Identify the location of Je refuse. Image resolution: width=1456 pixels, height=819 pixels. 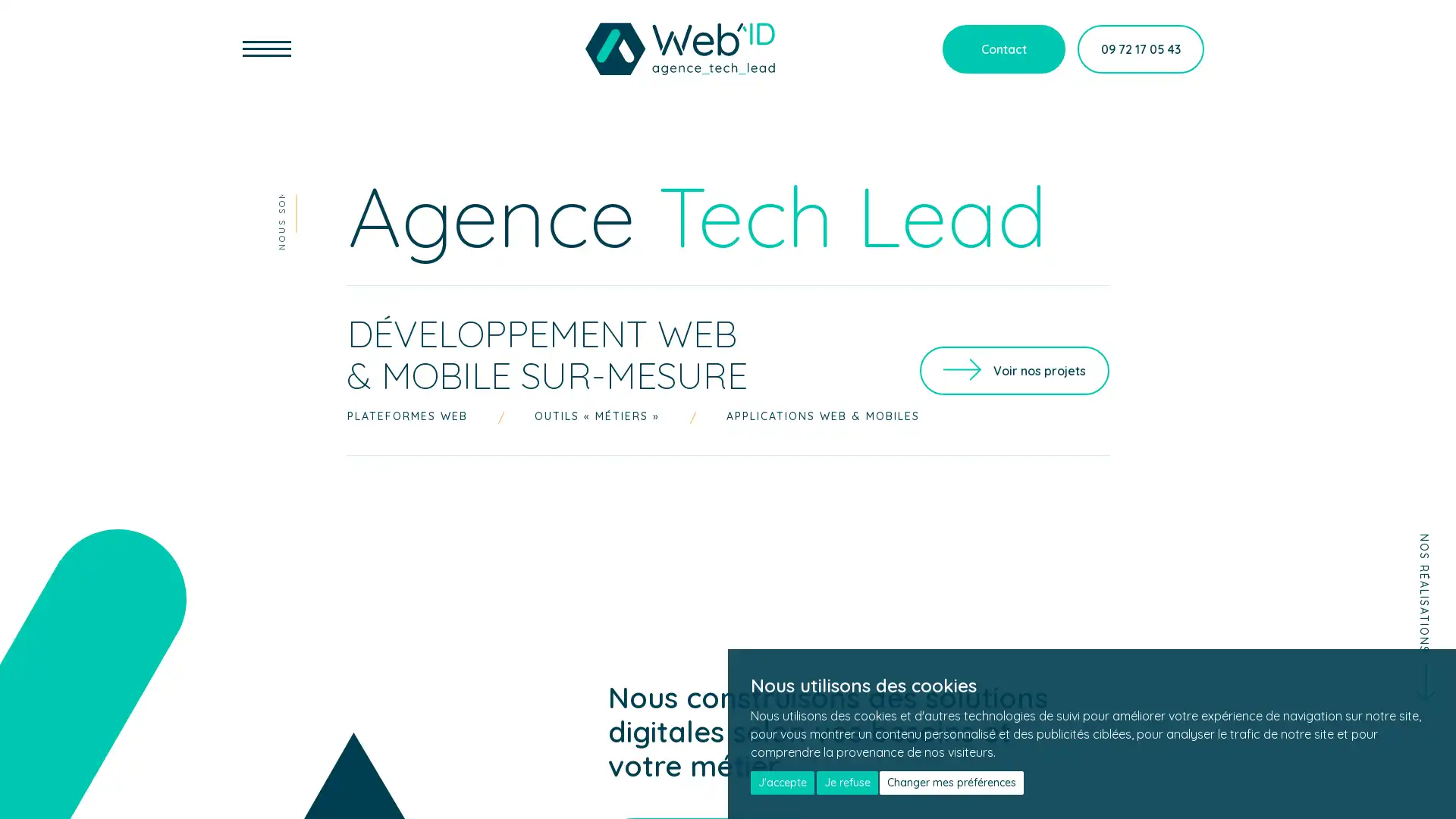
(846, 782).